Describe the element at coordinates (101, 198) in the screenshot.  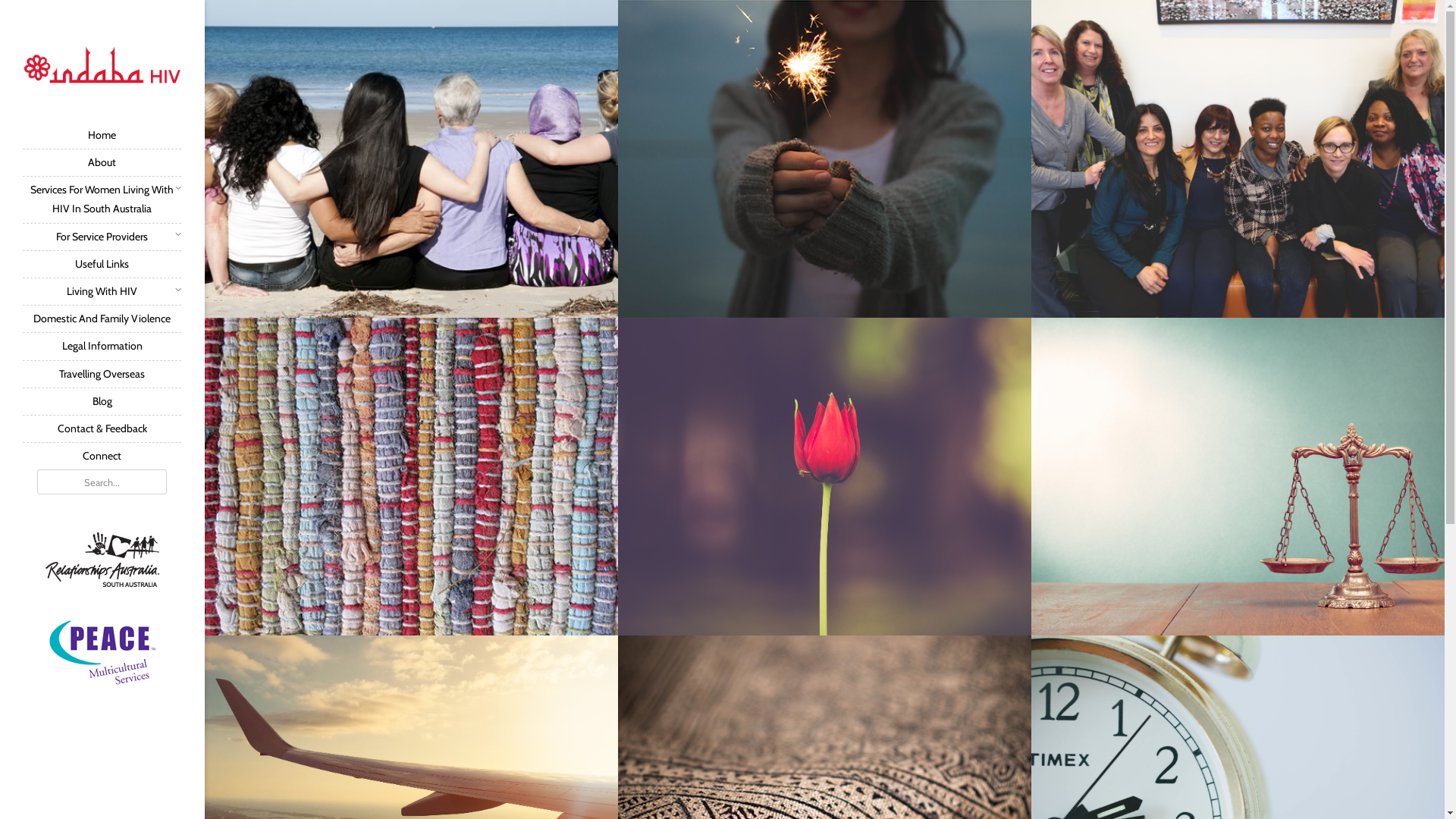
I see `'Services For Women Living With HIV In South Australia'` at that location.